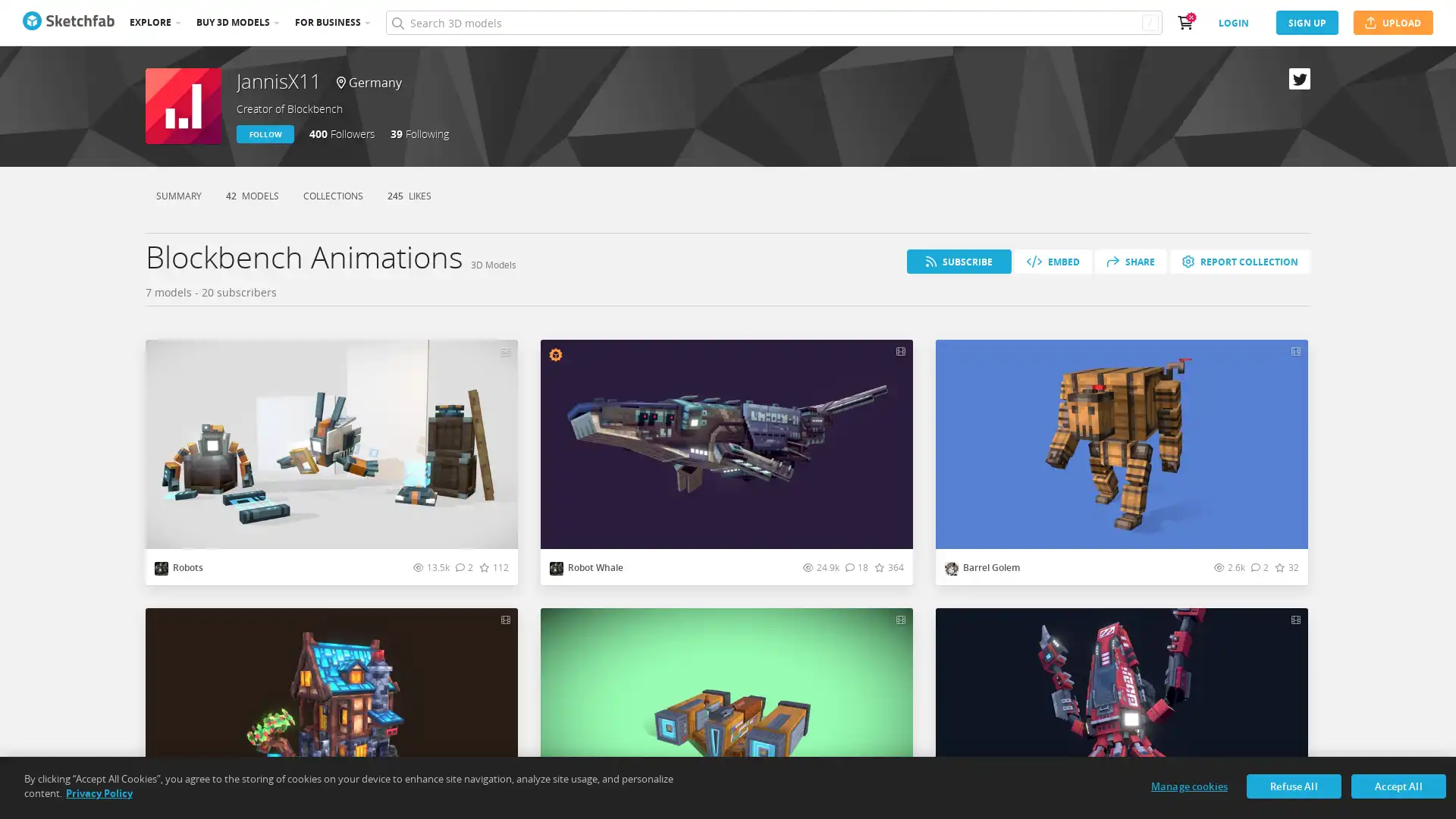 This screenshot has width=1456, height=819. I want to click on SHARE, so click(1131, 260).